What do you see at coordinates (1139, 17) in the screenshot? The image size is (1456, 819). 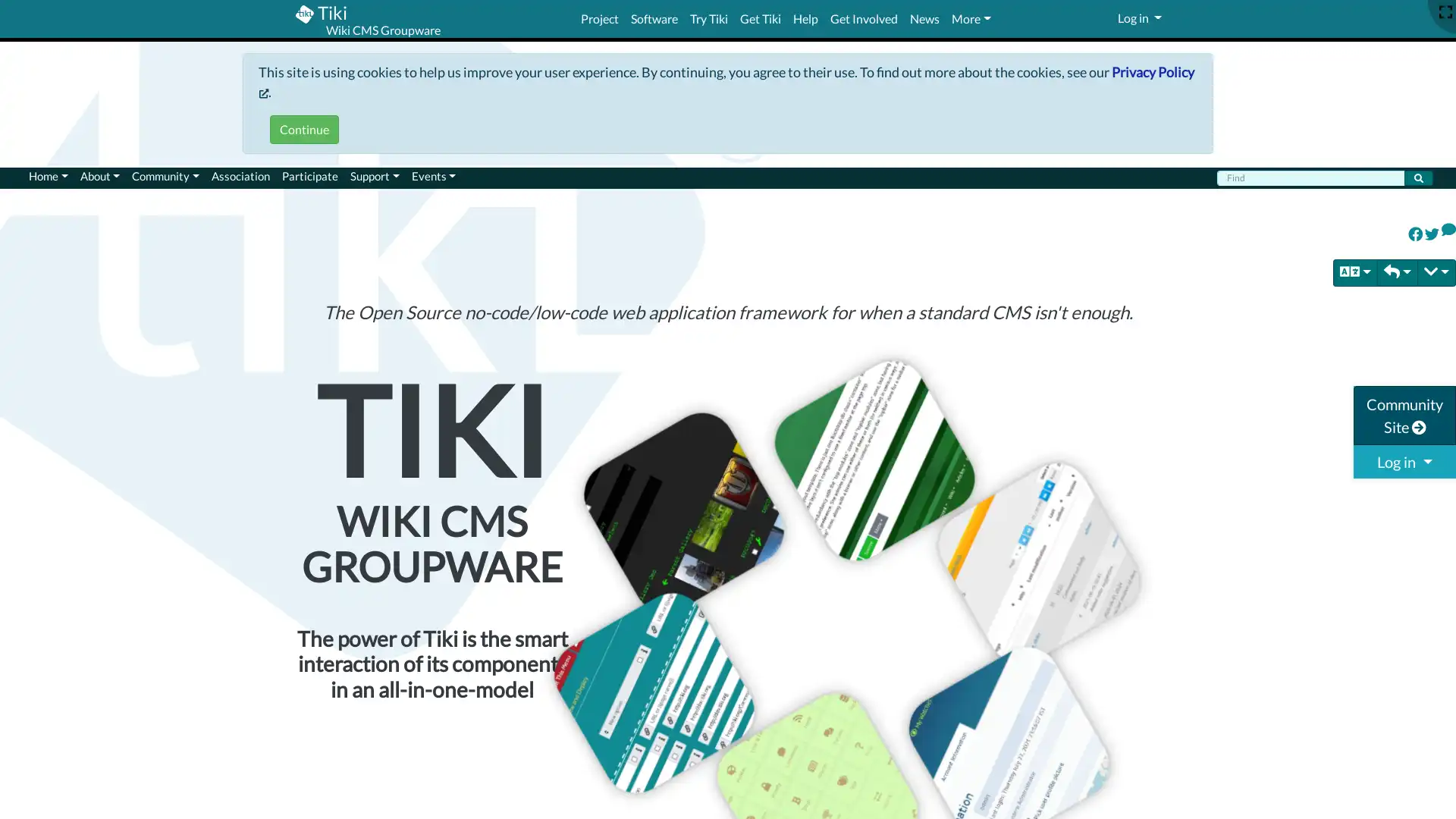 I see `Log in` at bounding box center [1139, 17].